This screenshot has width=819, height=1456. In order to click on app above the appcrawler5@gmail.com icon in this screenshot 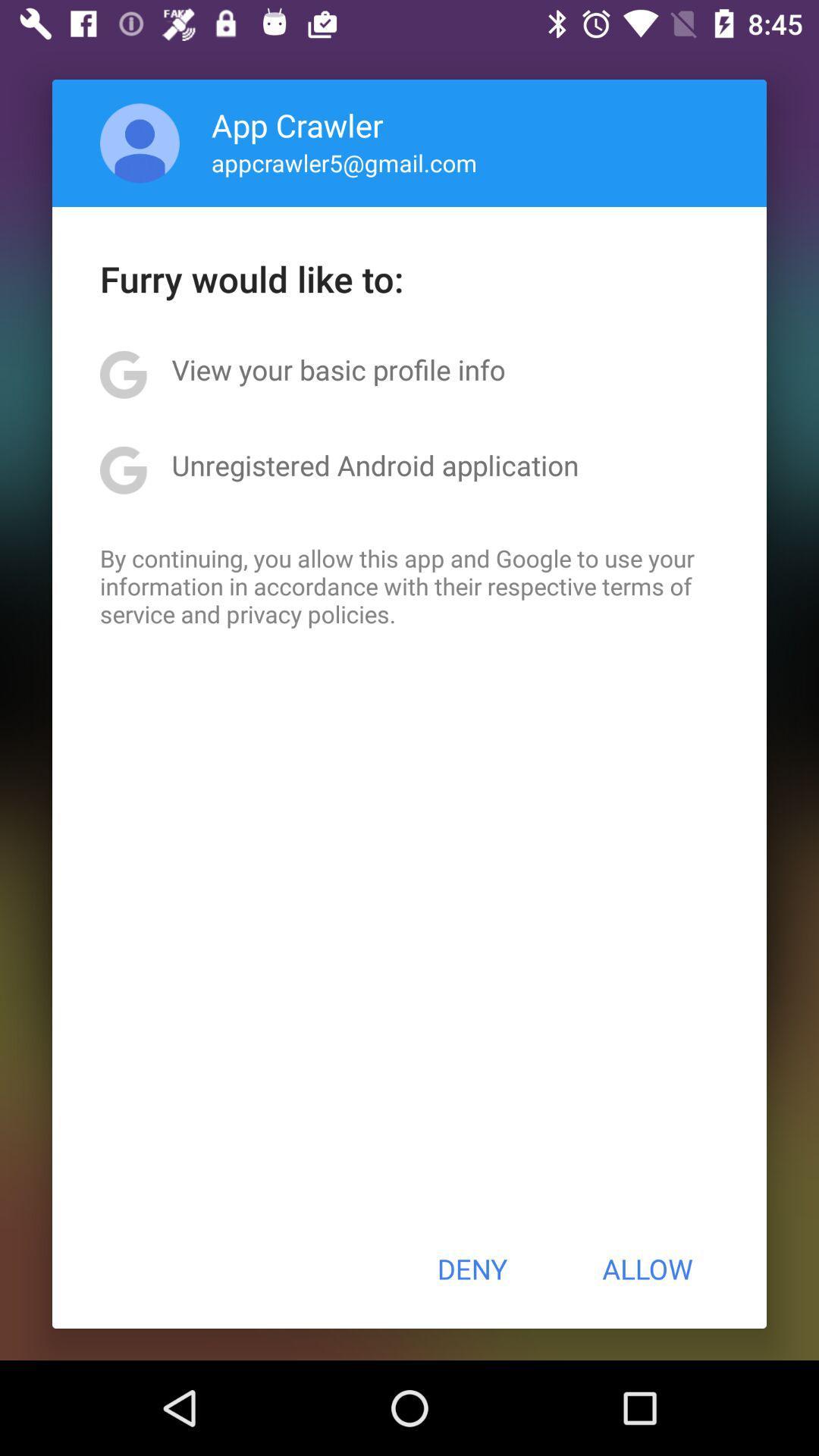, I will do `click(297, 124)`.